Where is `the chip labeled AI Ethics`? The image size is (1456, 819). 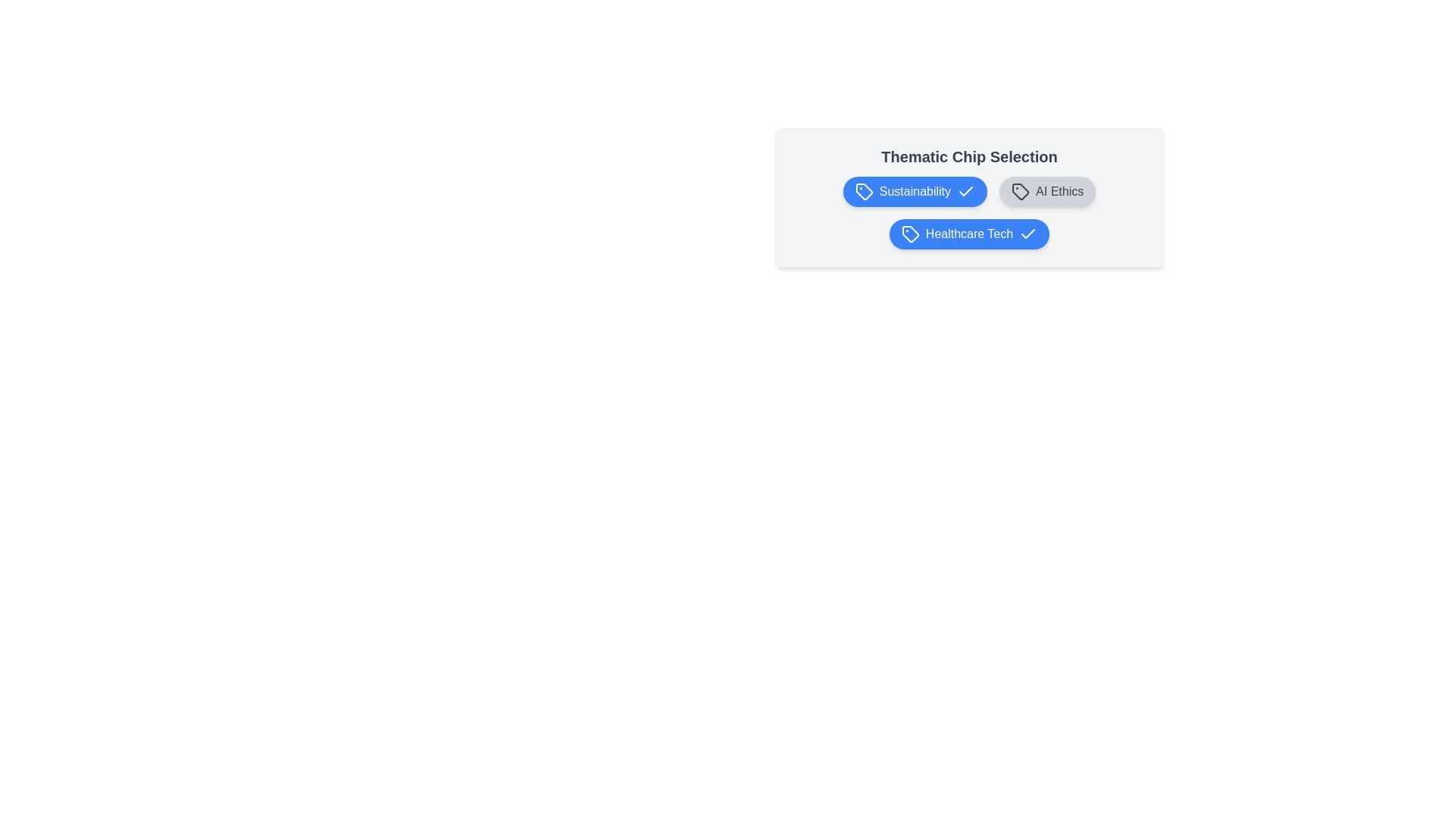 the chip labeled AI Ethics is located at coordinates (1046, 191).